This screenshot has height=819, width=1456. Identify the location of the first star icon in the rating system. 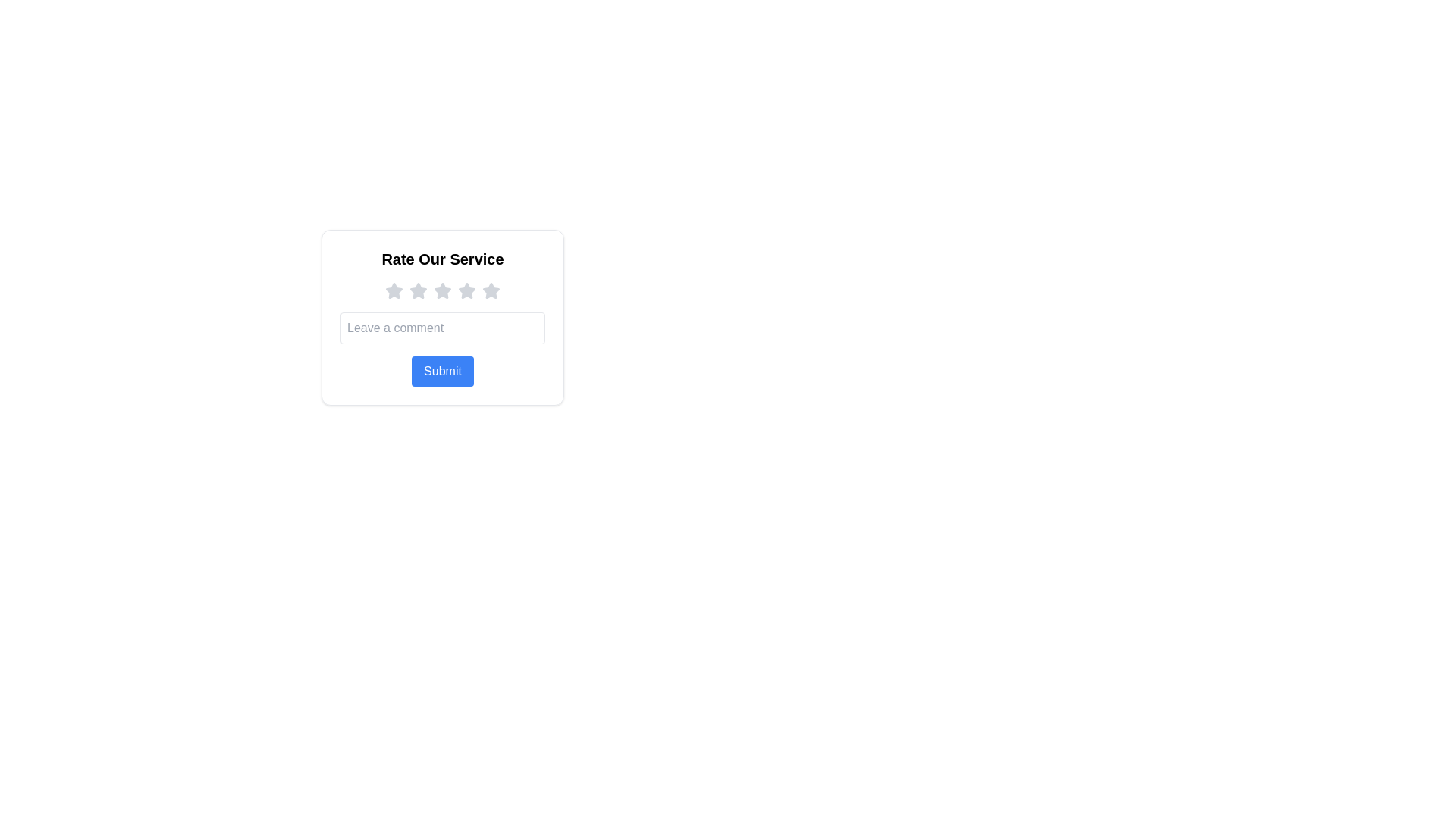
(394, 291).